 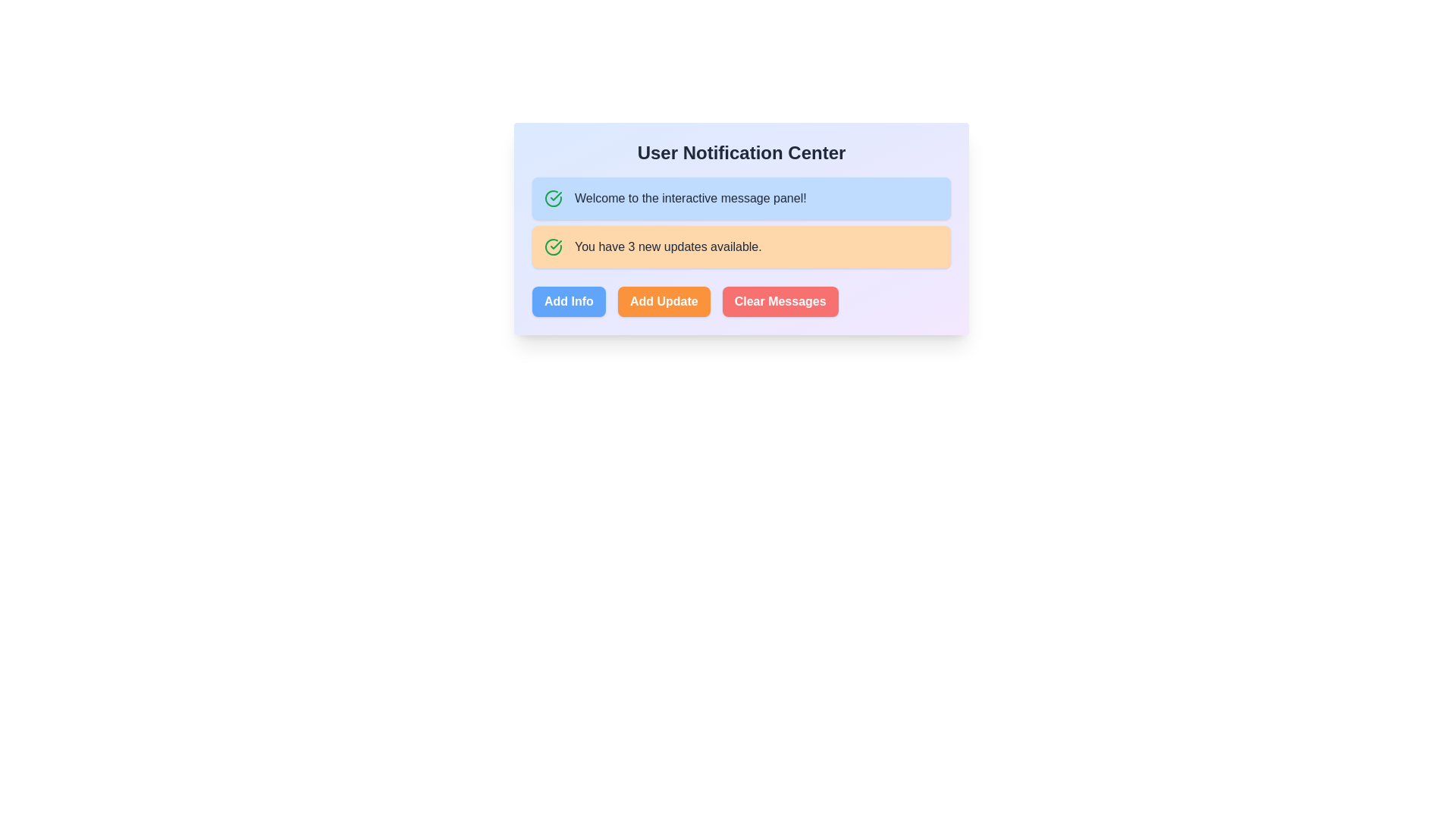 What do you see at coordinates (780, 301) in the screenshot?
I see `the 'Clear Messages' button` at bounding box center [780, 301].